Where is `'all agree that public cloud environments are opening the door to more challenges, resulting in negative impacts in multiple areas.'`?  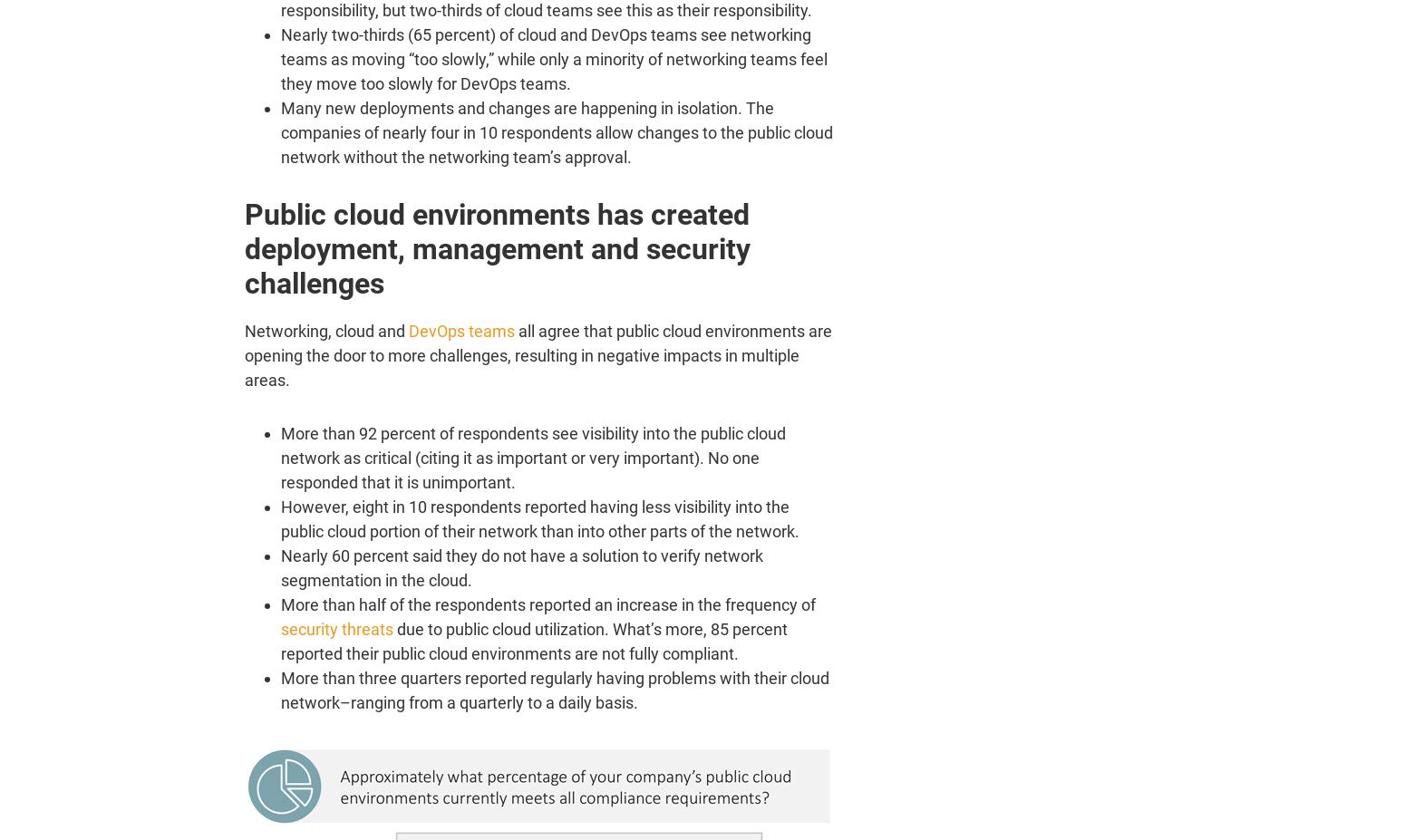
'all agree that public cloud environments are opening the door to more challenges, resulting in negative impacts in multiple areas.' is located at coordinates (538, 354).